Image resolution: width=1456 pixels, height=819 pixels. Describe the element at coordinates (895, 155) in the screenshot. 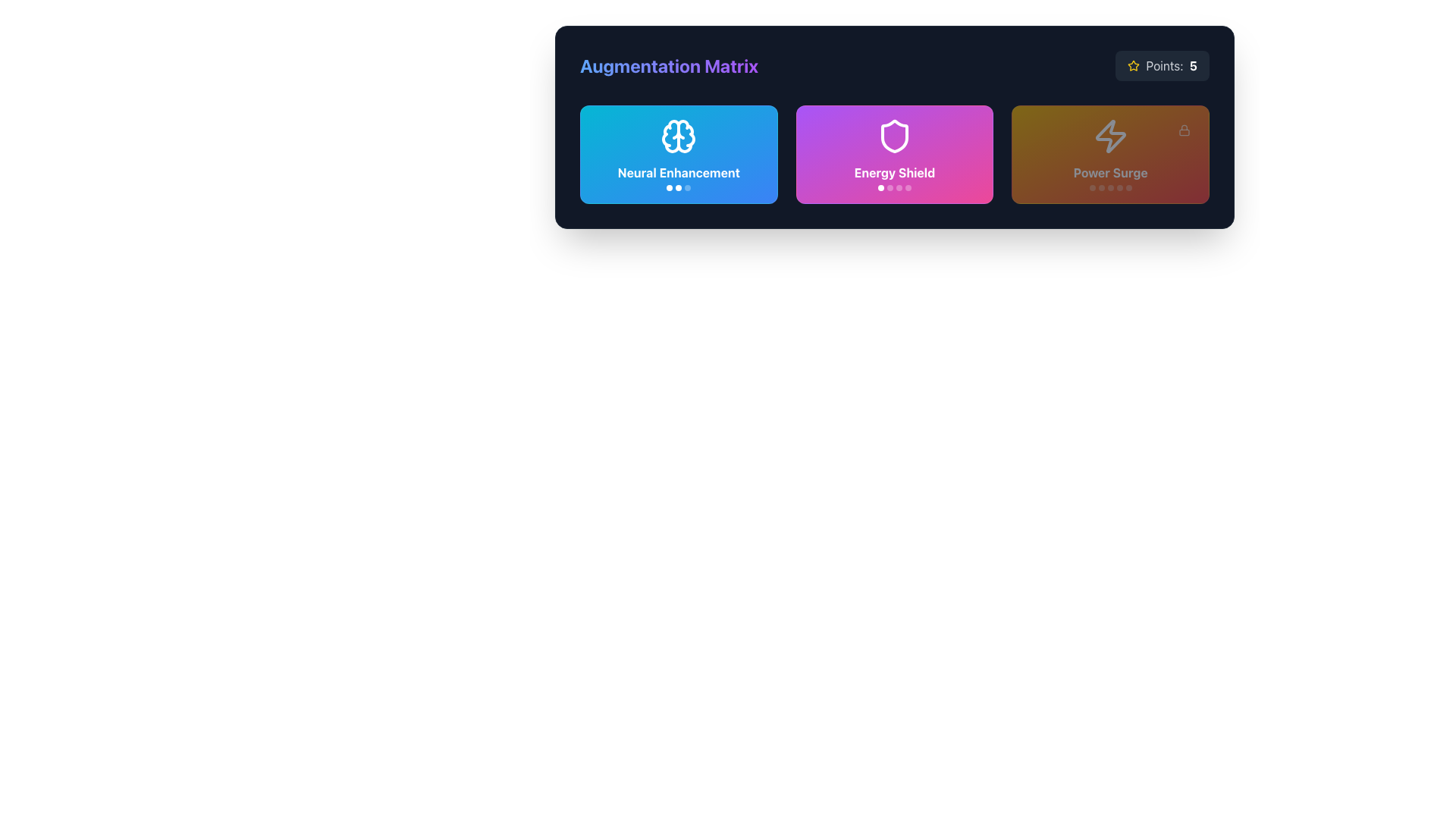

I see `the 'Energy Shield' feature card located in the middle column of the 'Augmentation Matrix'` at that location.